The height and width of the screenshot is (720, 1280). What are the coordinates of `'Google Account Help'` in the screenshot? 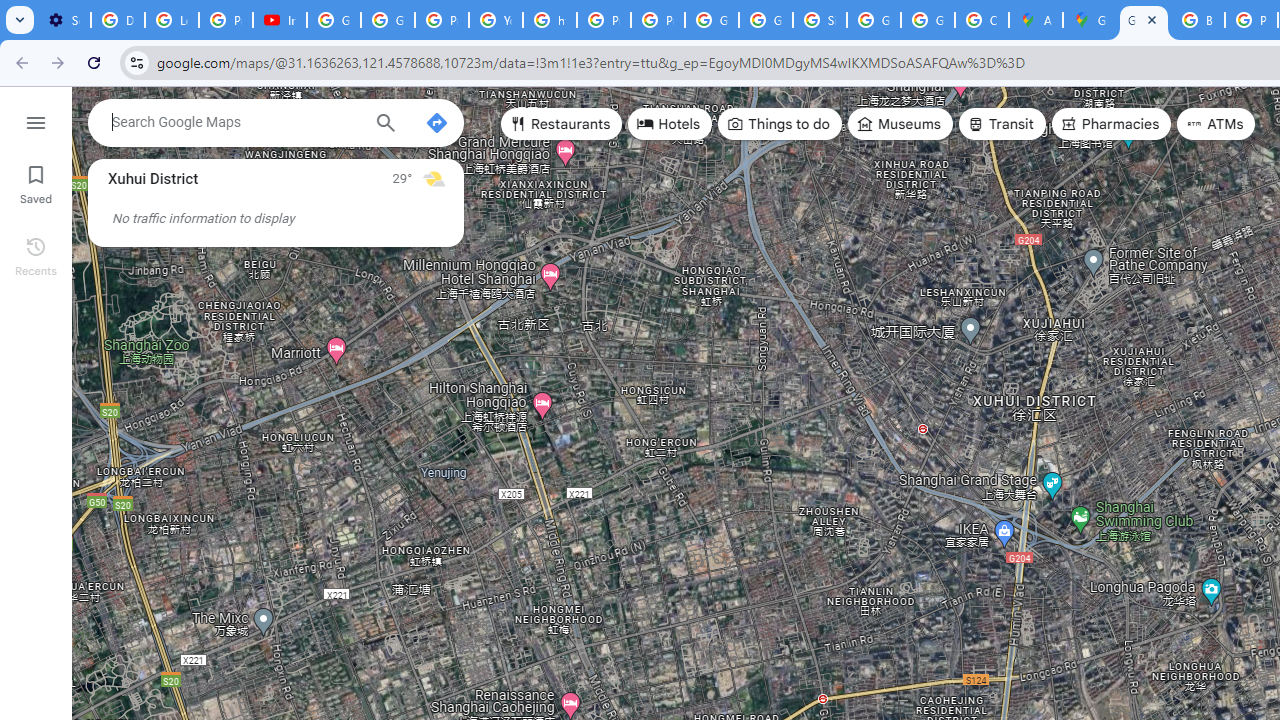 It's located at (334, 20).